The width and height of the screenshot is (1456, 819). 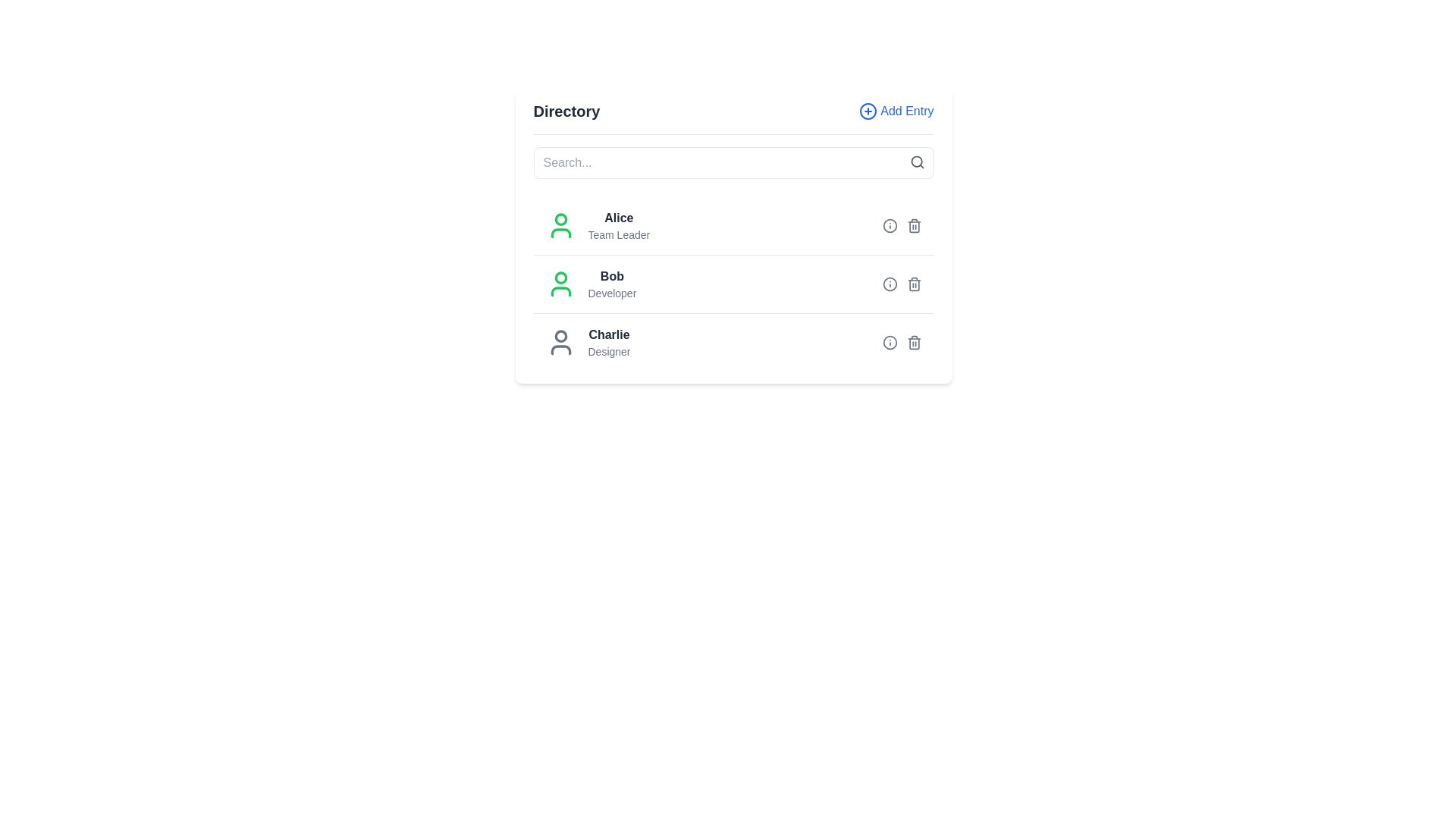 I want to click on the text block containing 'Bob' and 'Developer', so click(x=612, y=284).